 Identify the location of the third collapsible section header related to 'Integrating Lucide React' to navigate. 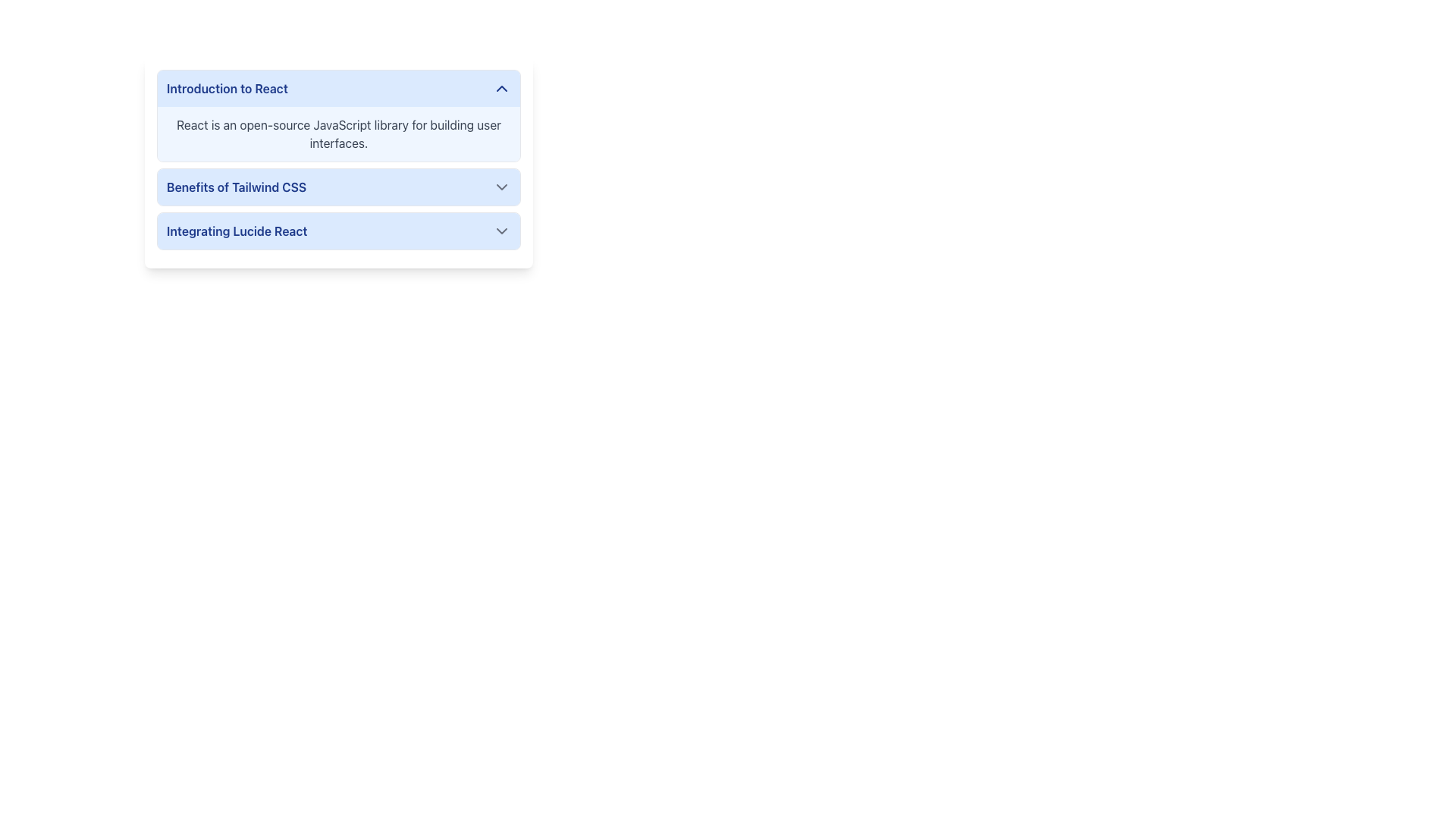
(337, 231).